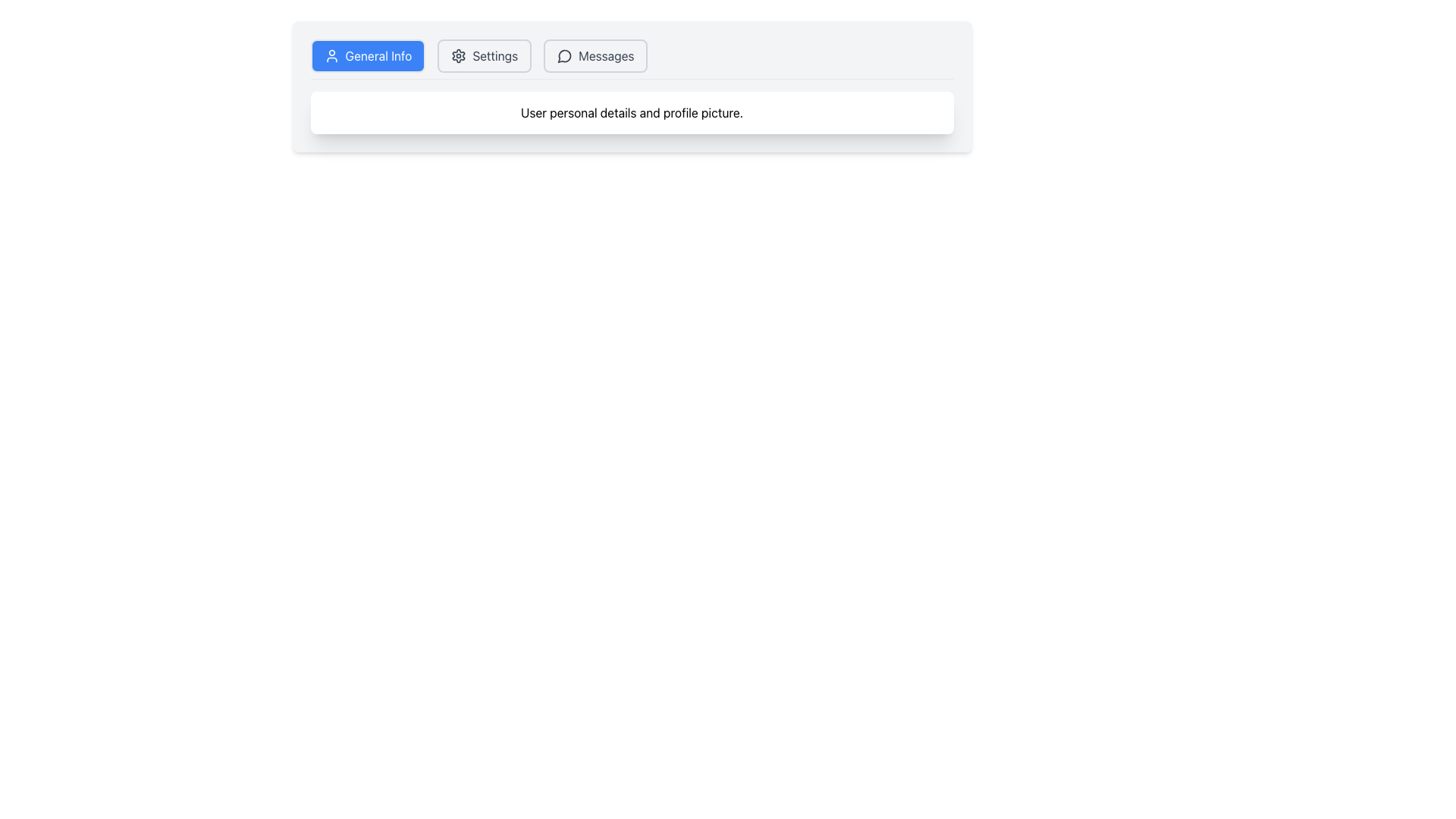 The width and height of the screenshot is (1456, 819). What do you see at coordinates (368, 55) in the screenshot?
I see `the 'General Info' button, which has a blue background, white text, and a user silhouette icon, located in the navigation bar at the top of the interface` at bounding box center [368, 55].